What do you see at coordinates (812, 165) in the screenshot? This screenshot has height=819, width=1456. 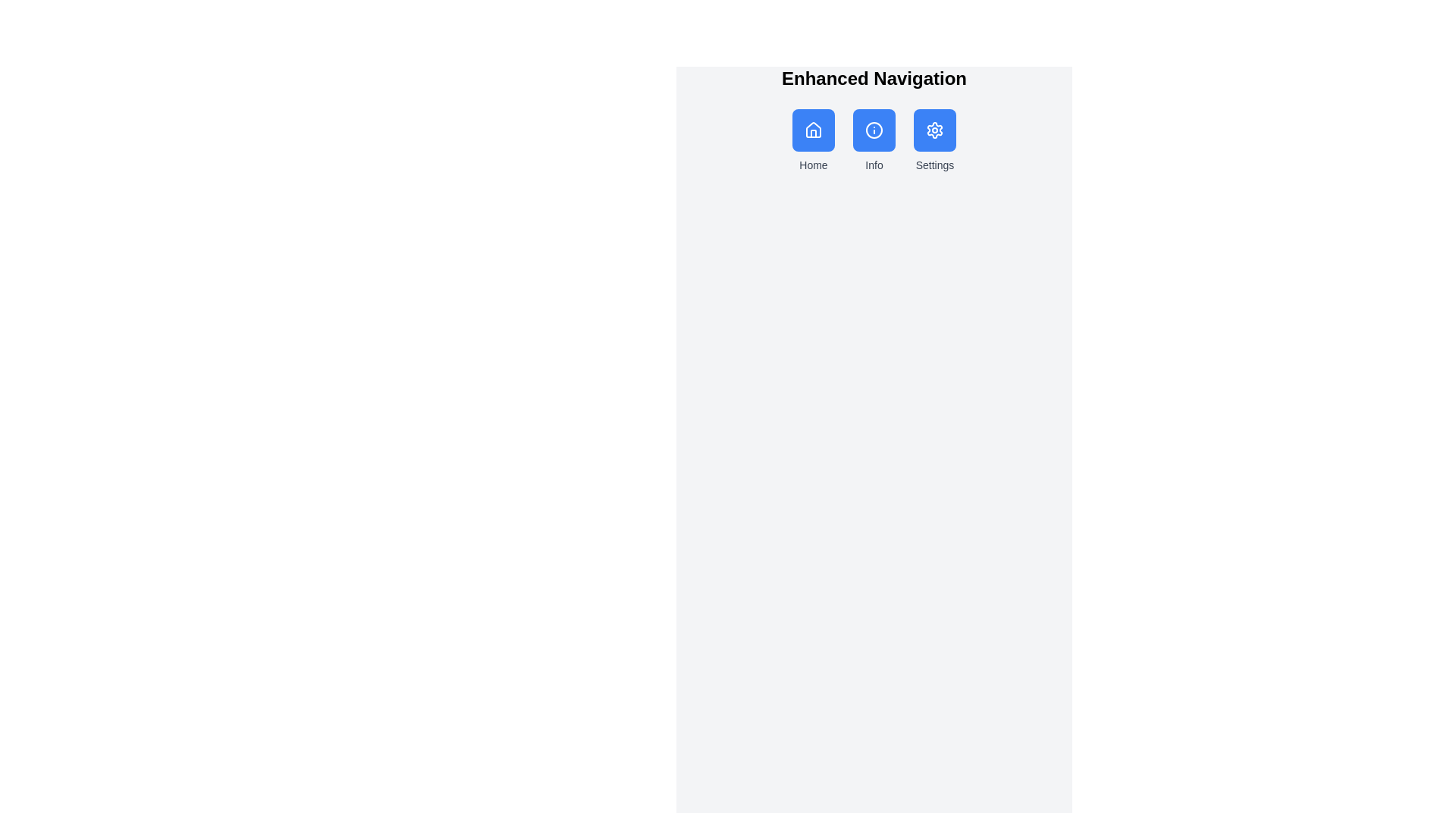 I see `the Text Label that serves as a descriptive label for the corresponding icon above it, which likely links to the homepage or a primary navigation section of the application` at bounding box center [812, 165].